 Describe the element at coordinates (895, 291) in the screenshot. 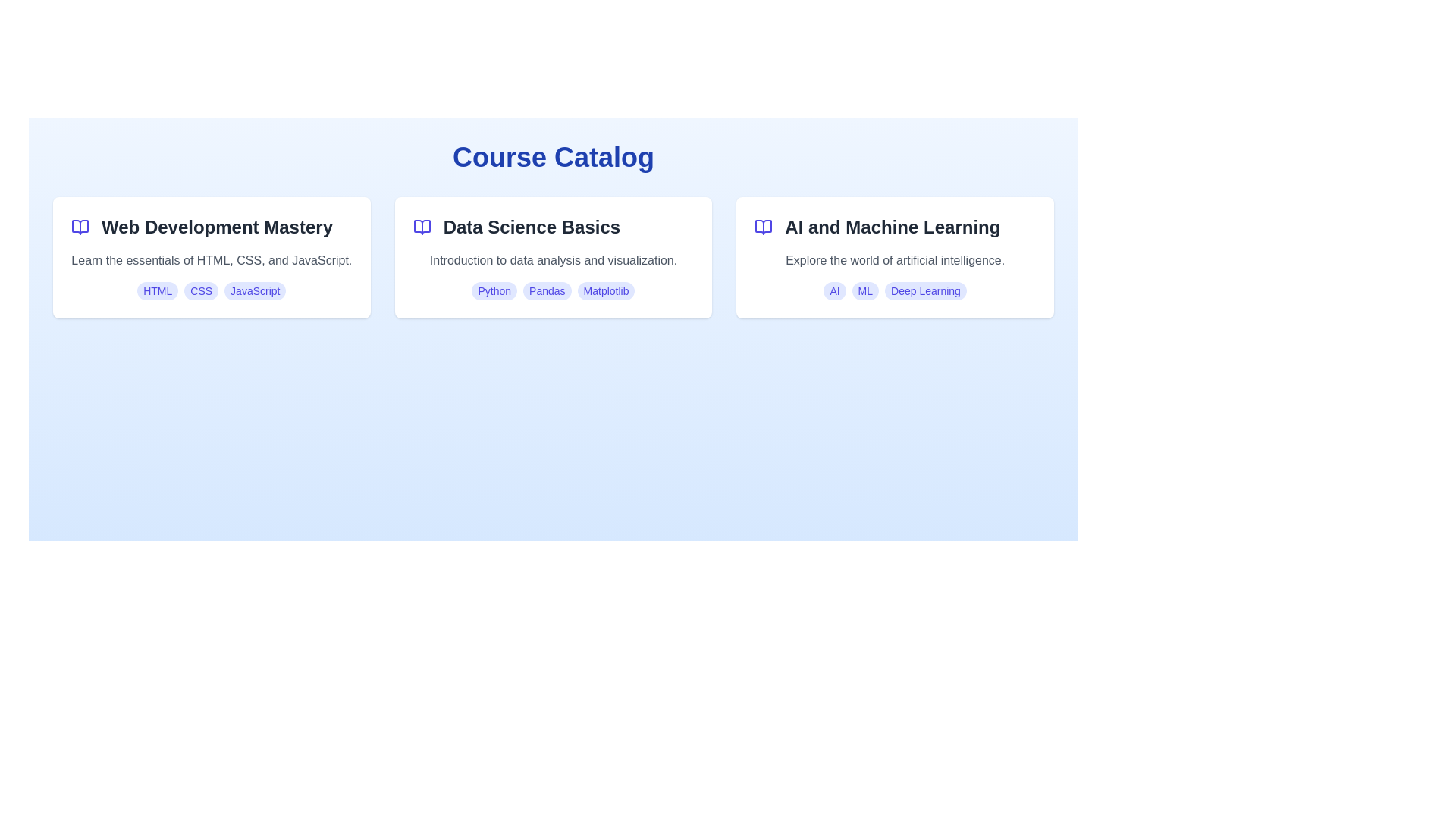

I see `the Tag Group representing key topics or tags associated with the 'AI and Machine Learning' course` at that location.